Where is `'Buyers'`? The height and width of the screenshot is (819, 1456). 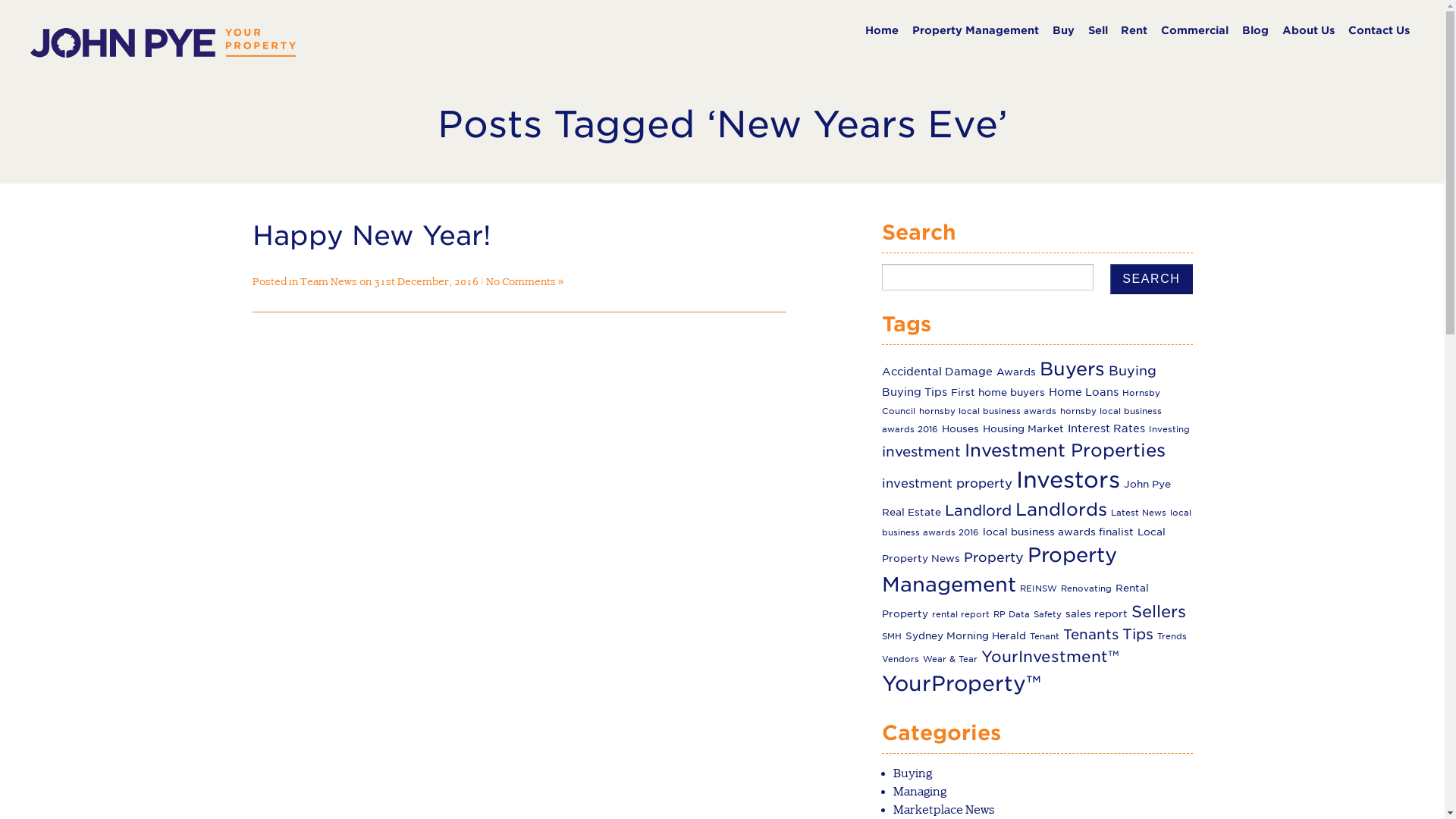
'Buyers' is located at coordinates (1072, 369).